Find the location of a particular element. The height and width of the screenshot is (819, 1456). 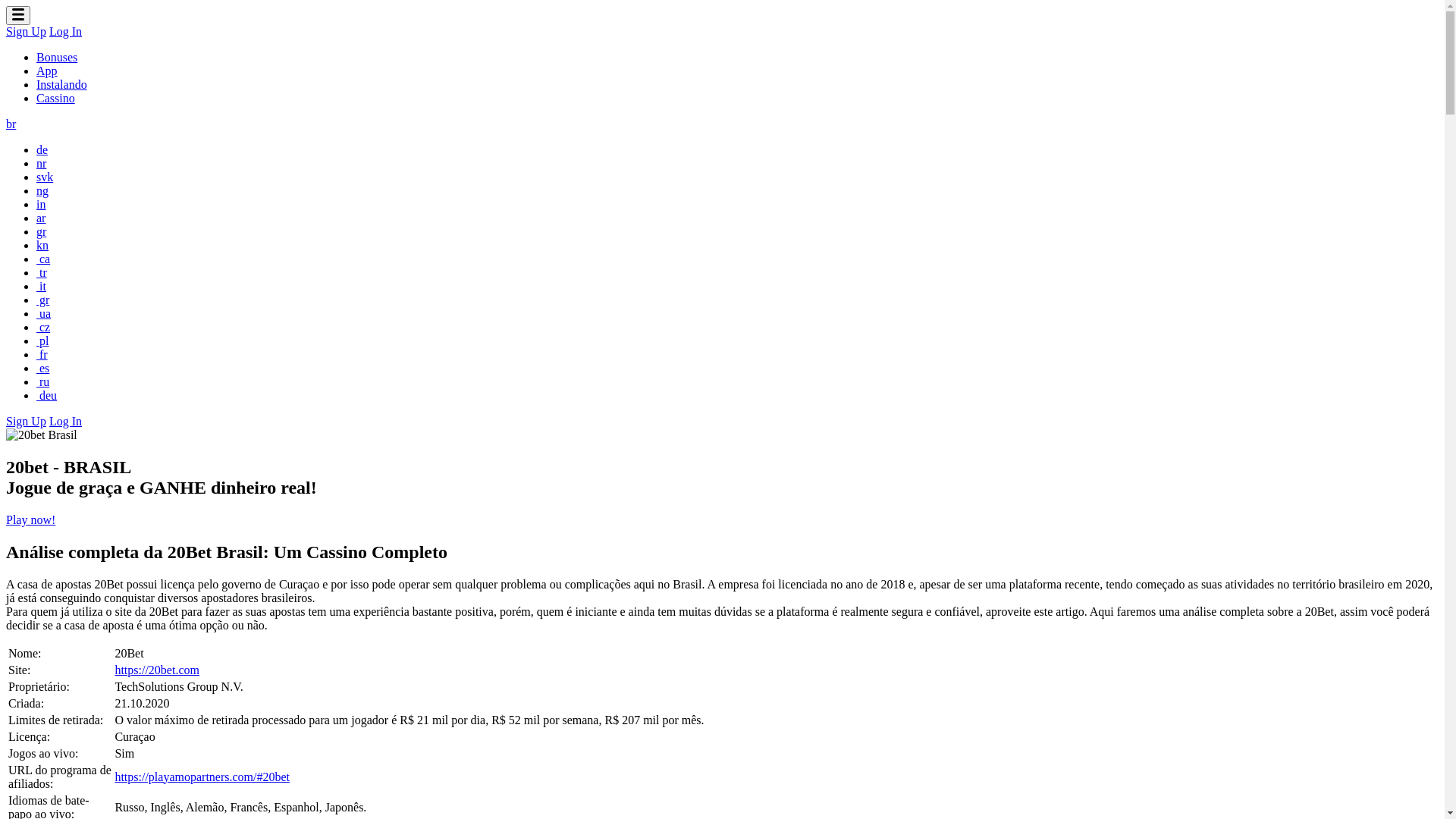

'fr' is located at coordinates (42, 354).